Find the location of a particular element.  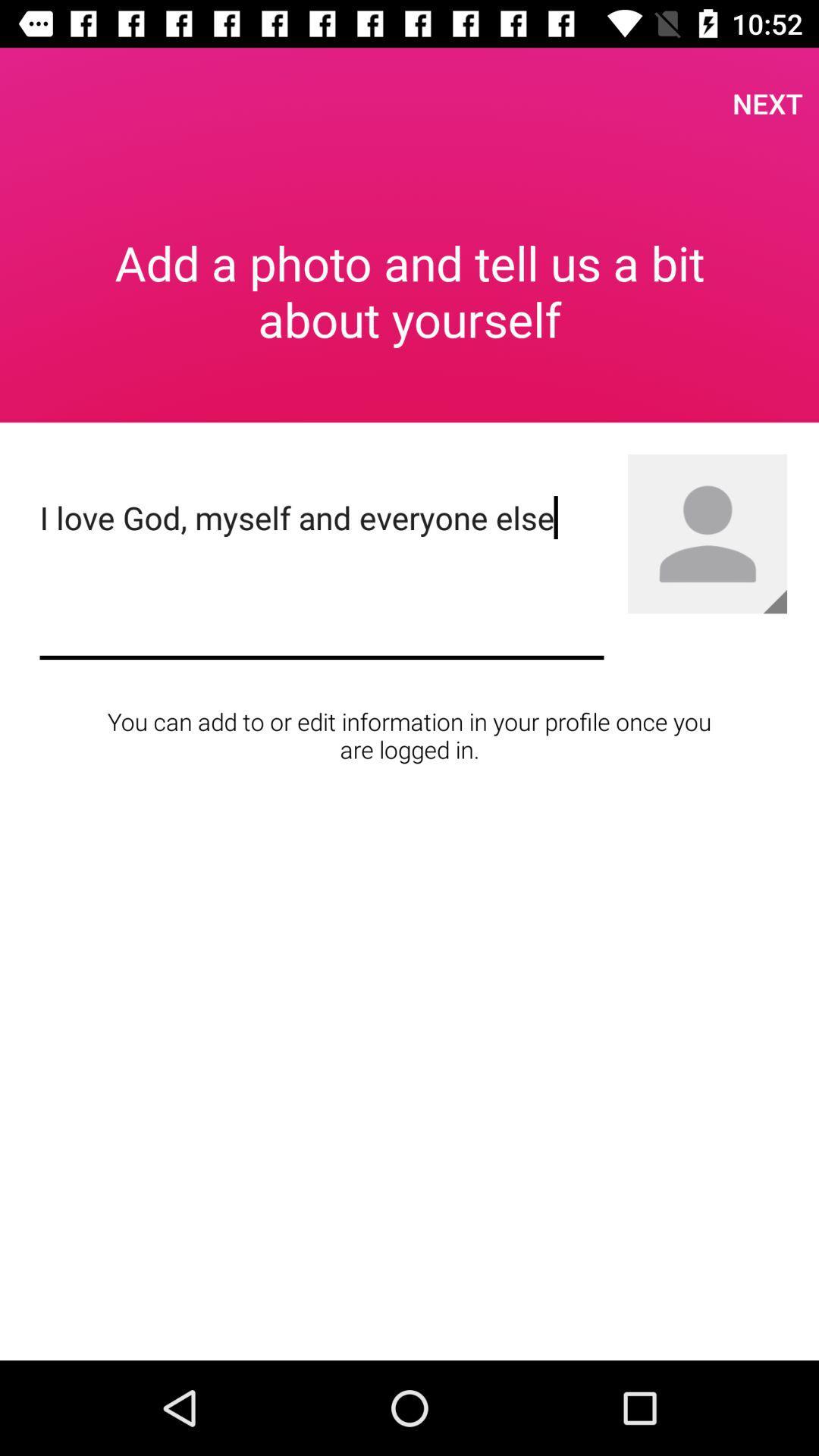

next item is located at coordinates (767, 102).